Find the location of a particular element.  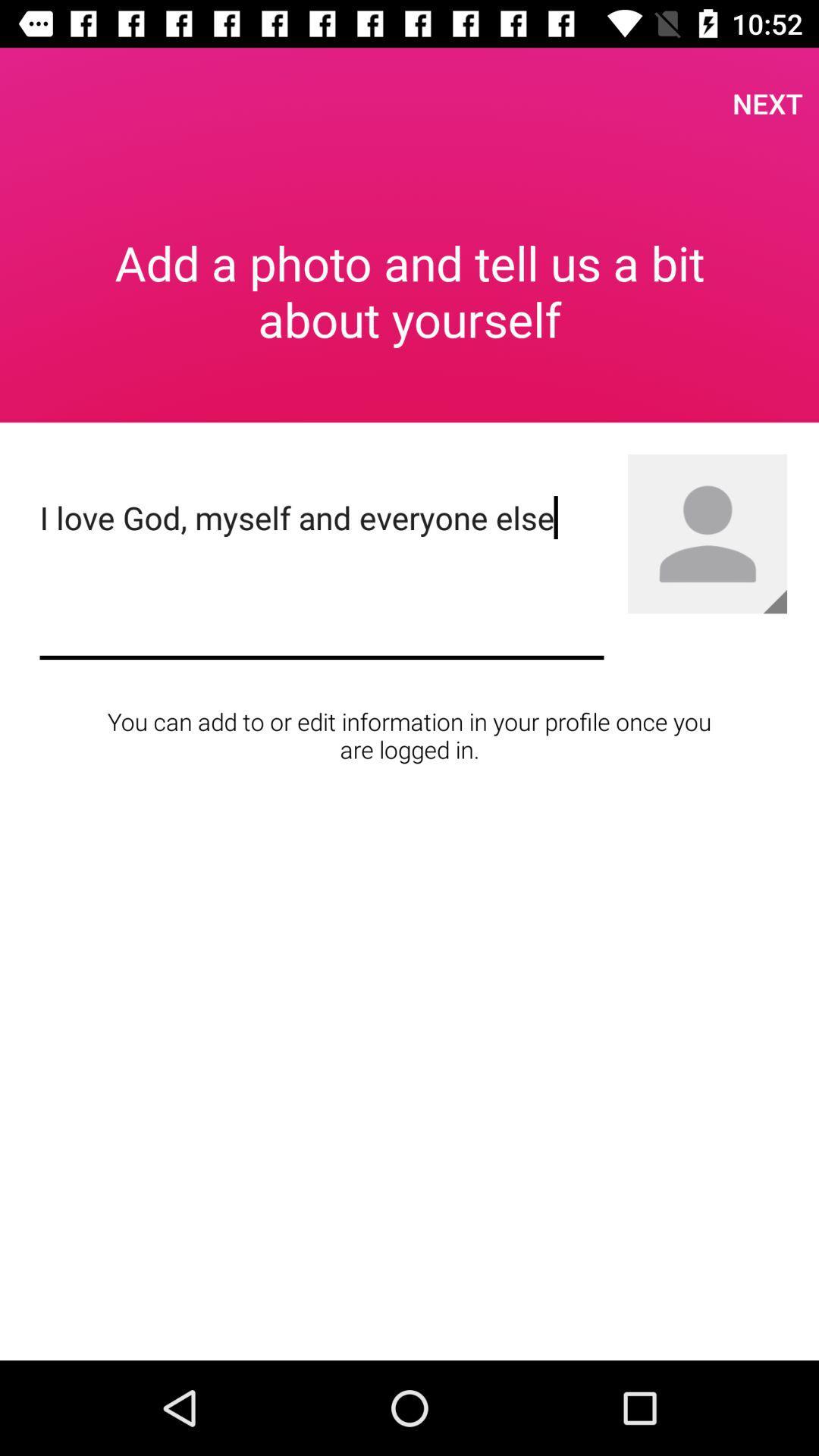

next item is located at coordinates (767, 102).